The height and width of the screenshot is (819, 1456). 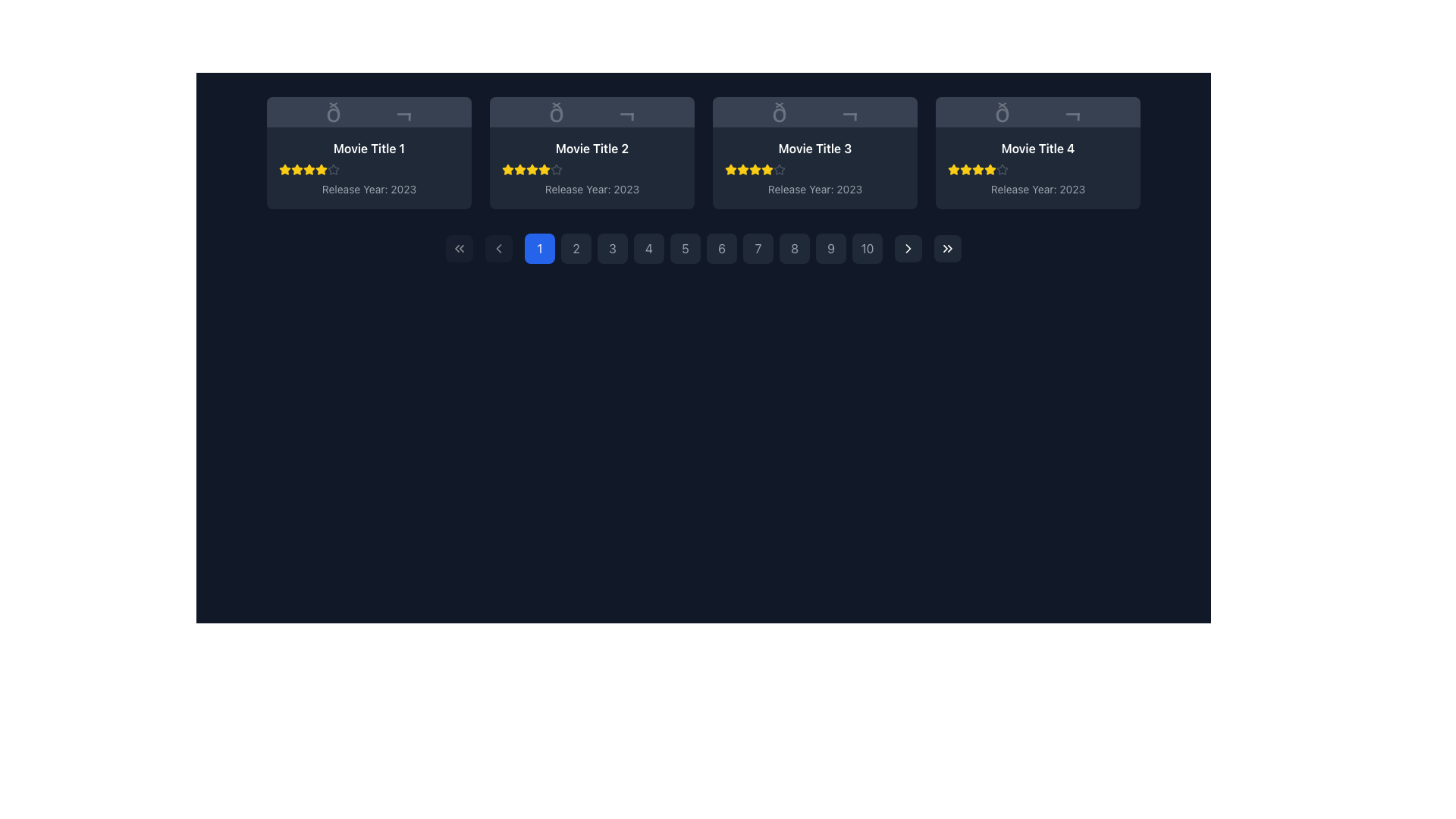 What do you see at coordinates (767, 169) in the screenshot?
I see `the fifth star in the rating row located under the 'Movie Title 3' card` at bounding box center [767, 169].